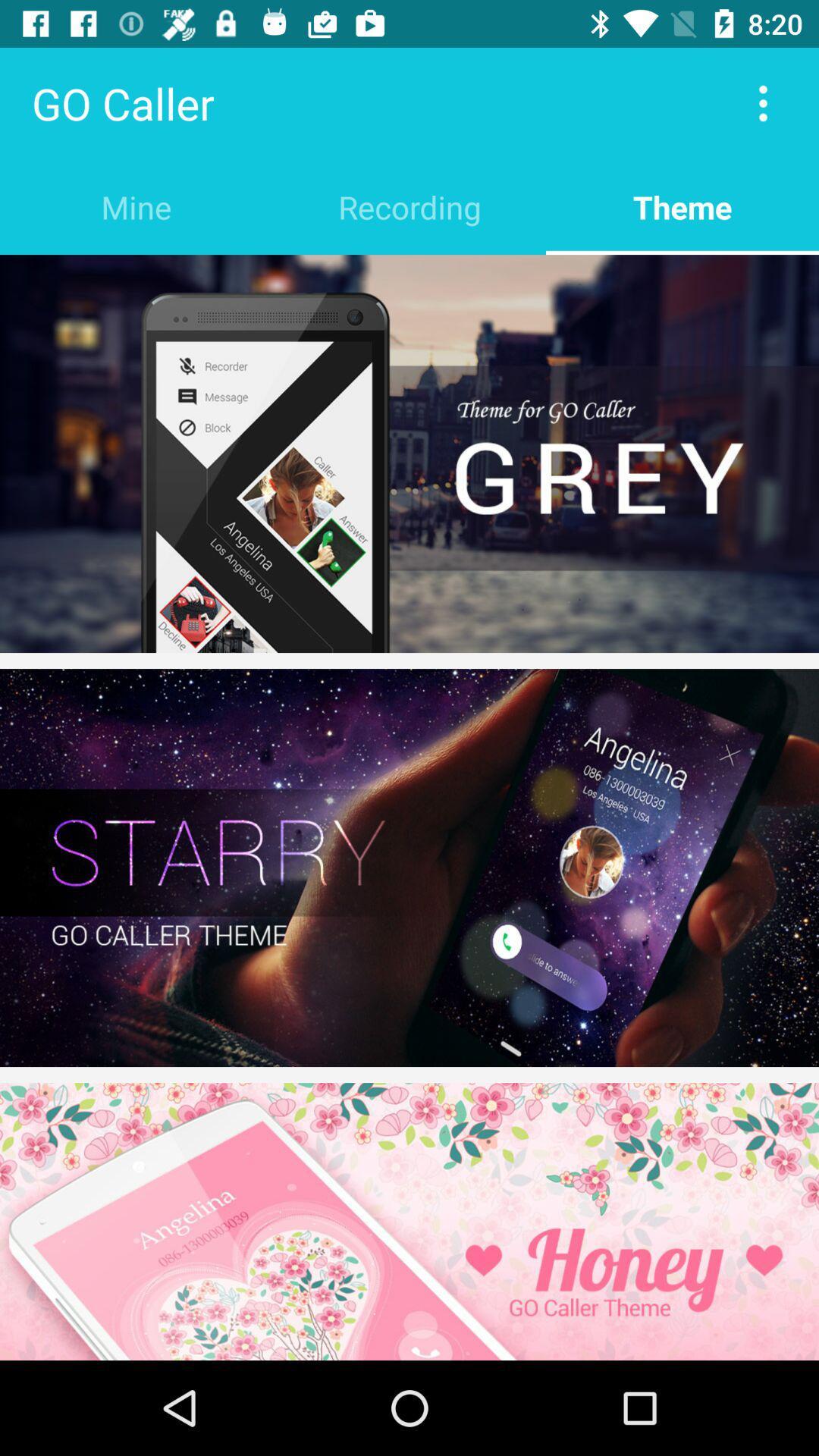 The height and width of the screenshot is (1456, 819). What do you see at coordinates (681, 206) in the screenshot?
I see `the theme item` at bounding box center [681, 206].